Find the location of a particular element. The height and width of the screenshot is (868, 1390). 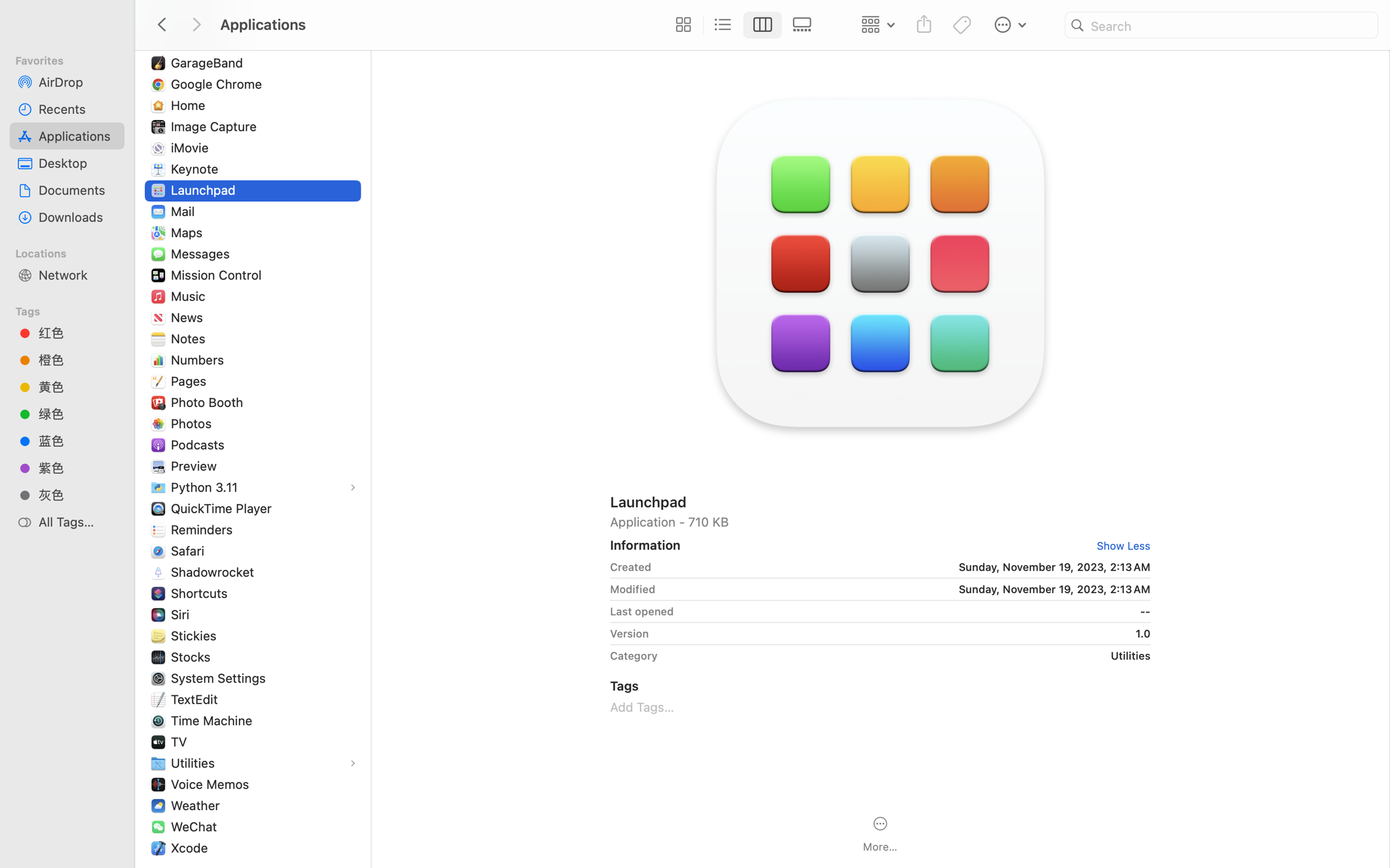

'Downloads' is located at coordinates (77, 217).